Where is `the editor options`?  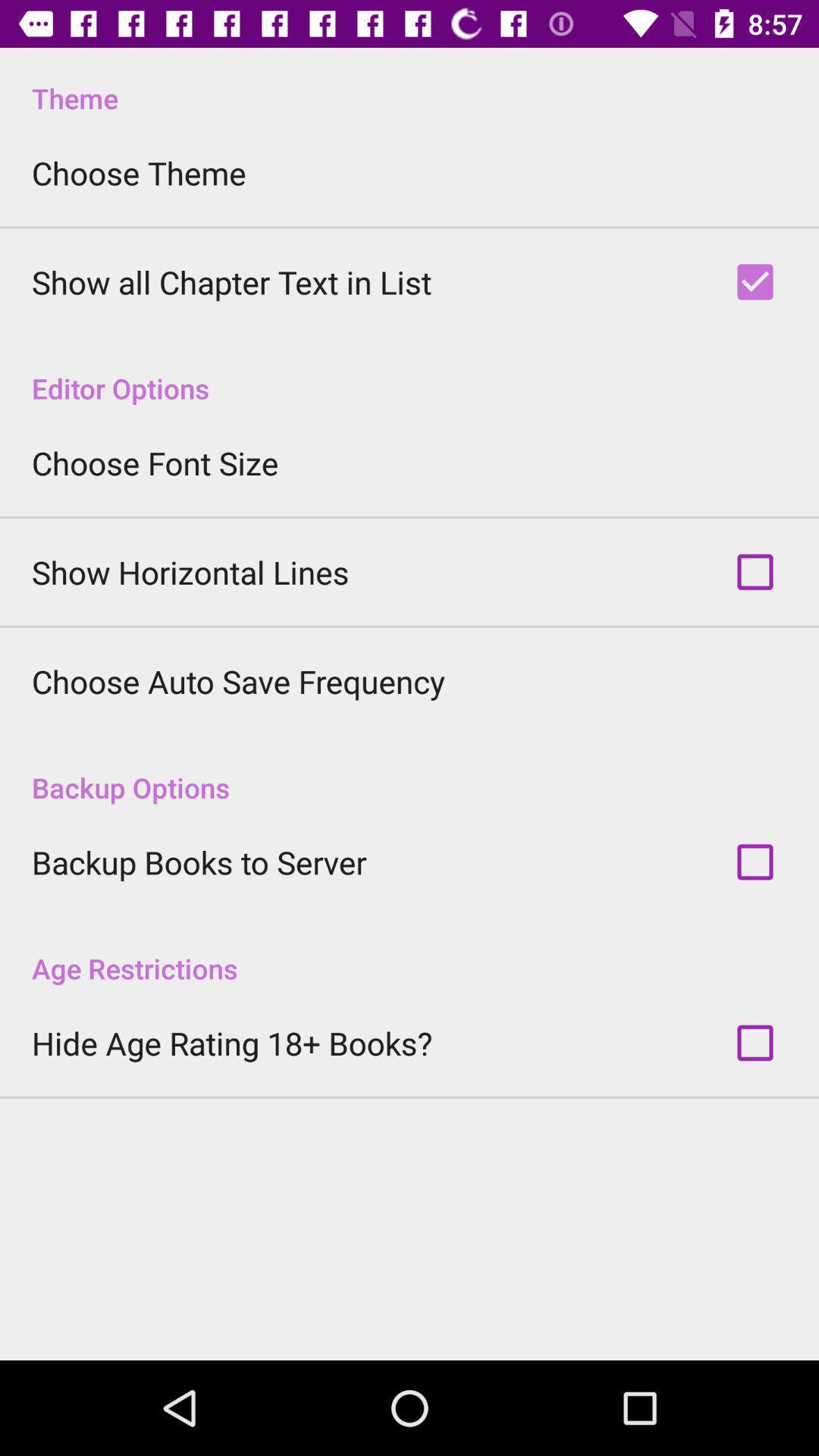 the editor options is located at coordinates (409, 372).